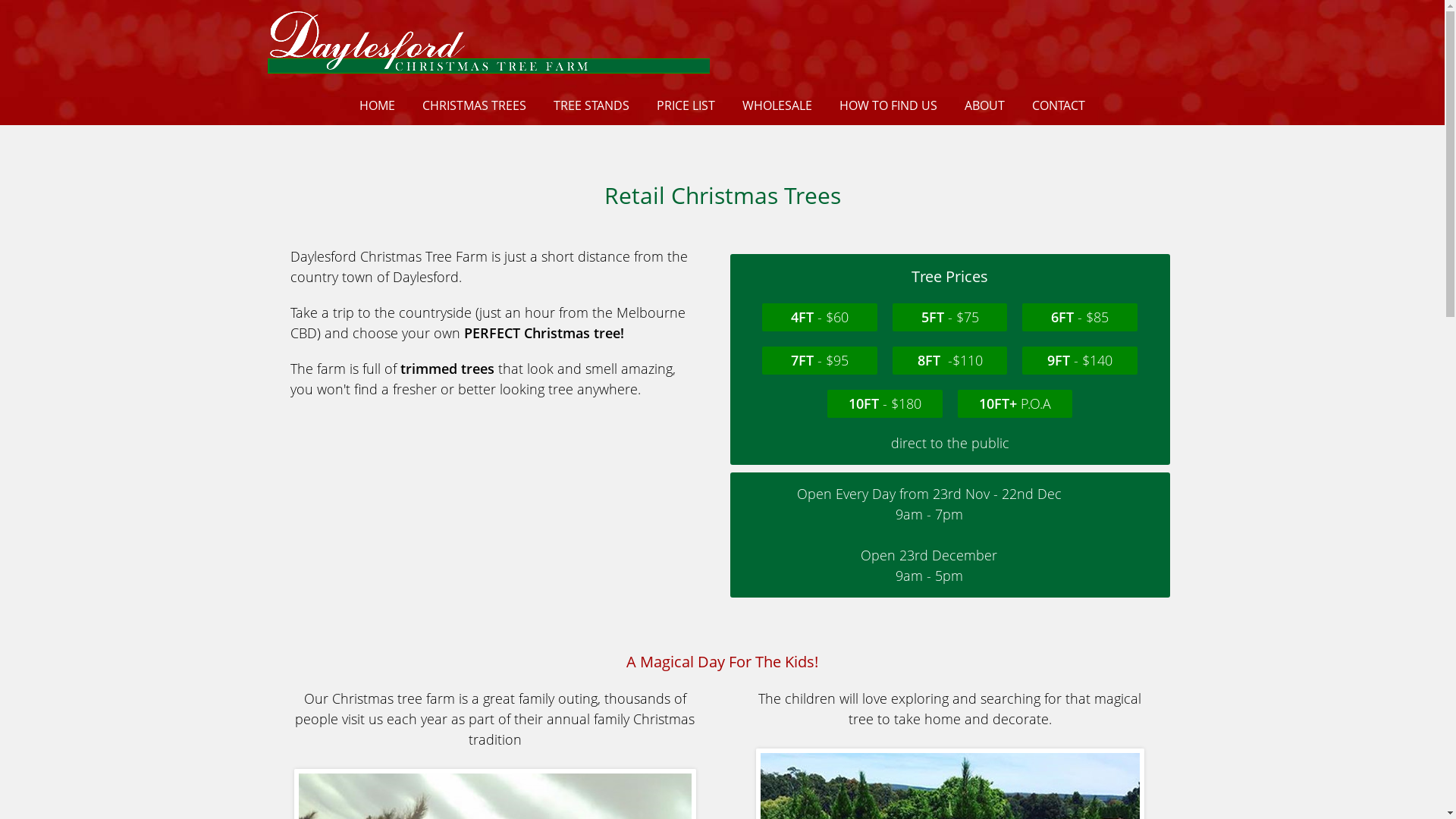 The width and height of the screenshot is (1456, 819). Describe the element at coordinates (984, 104) in the screenshot. I see `'ABOUT'` at that location.